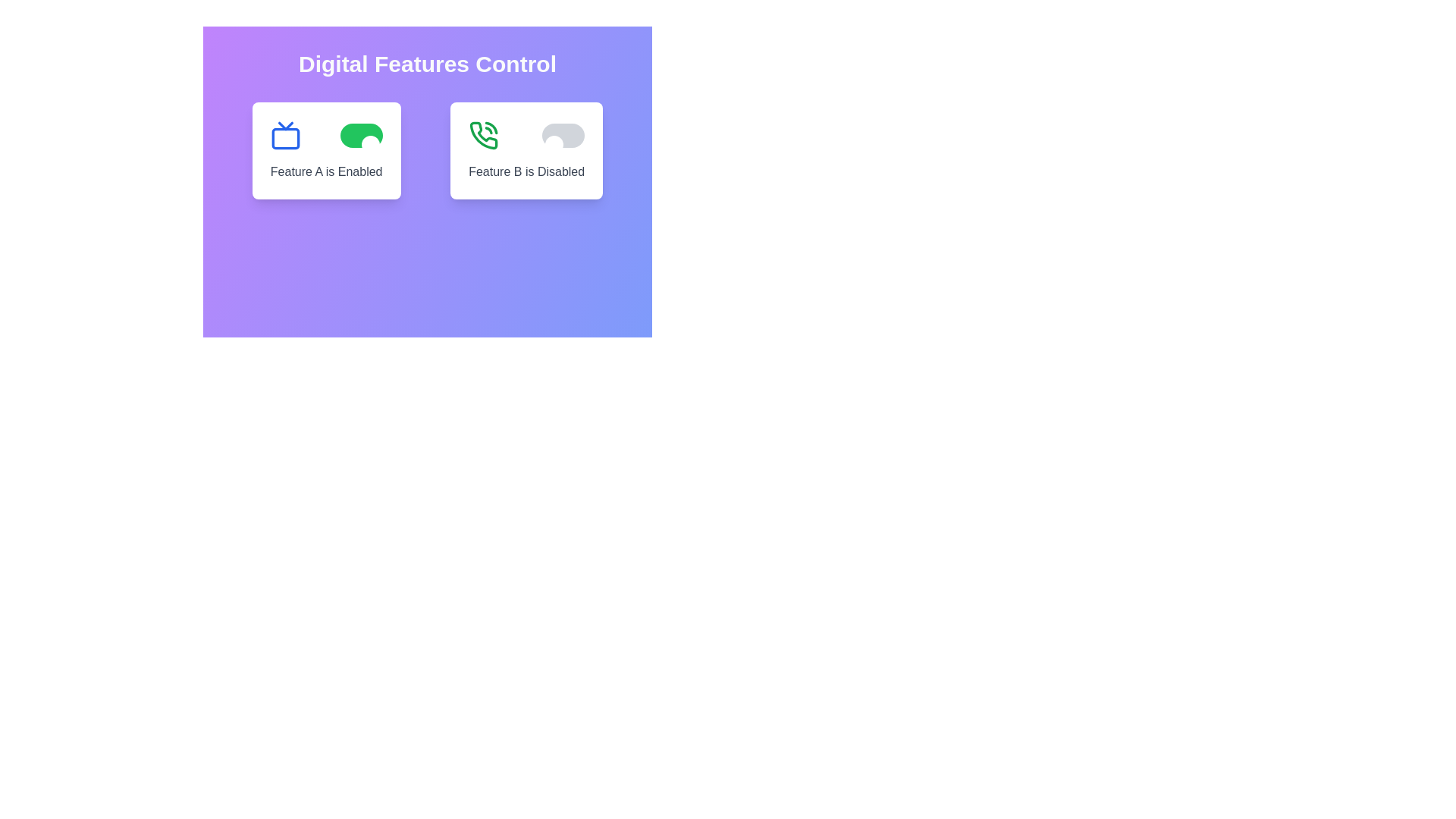 The image size is (1456, 819). Describe the element at coordinates (360, 134) in the screenshot. I see `the toggle switch located in the middle-right area of the left card, below the television icon and above the text 'Feature A is Enabled'` at that location.